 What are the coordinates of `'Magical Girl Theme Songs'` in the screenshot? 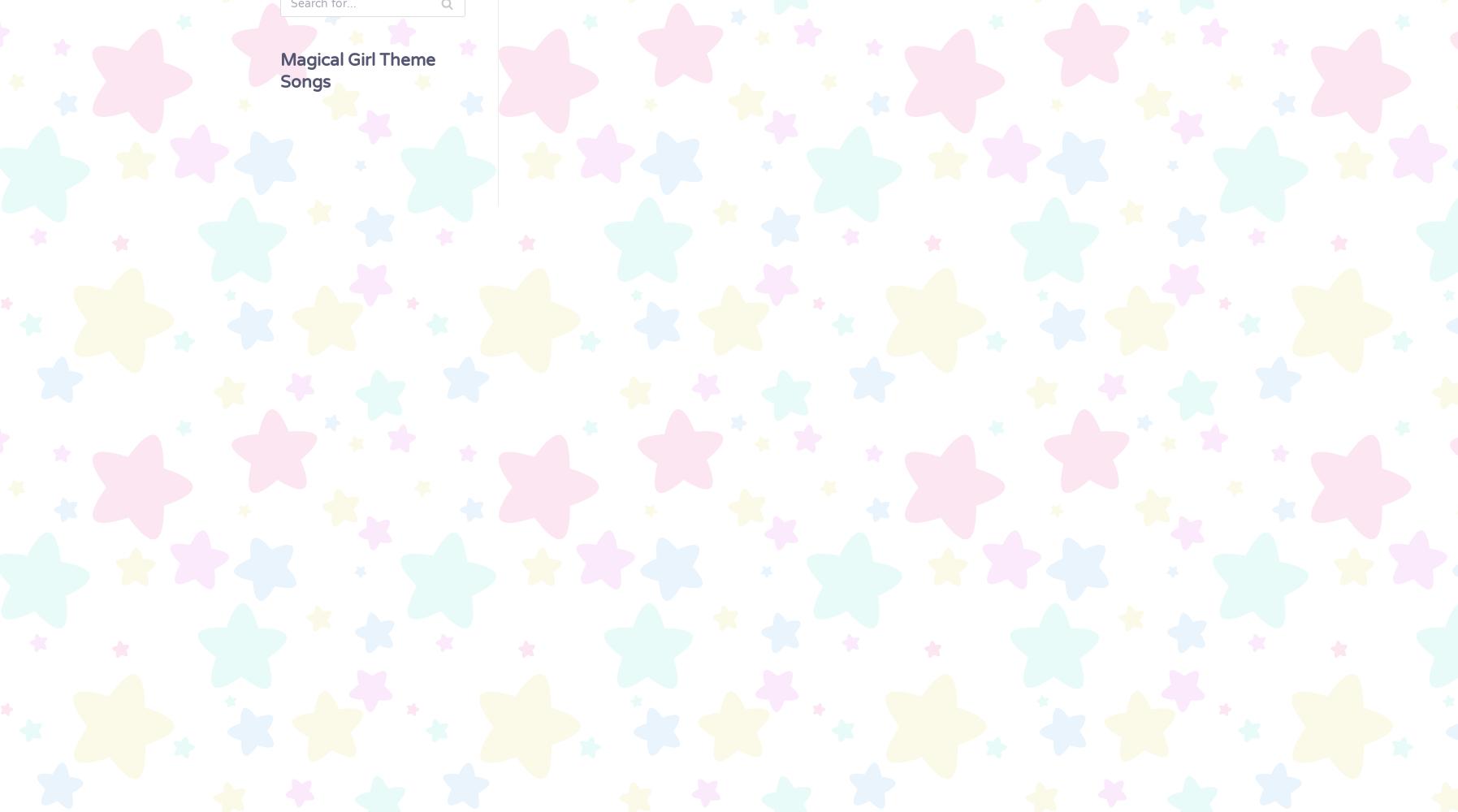 It's located at (279, 70).